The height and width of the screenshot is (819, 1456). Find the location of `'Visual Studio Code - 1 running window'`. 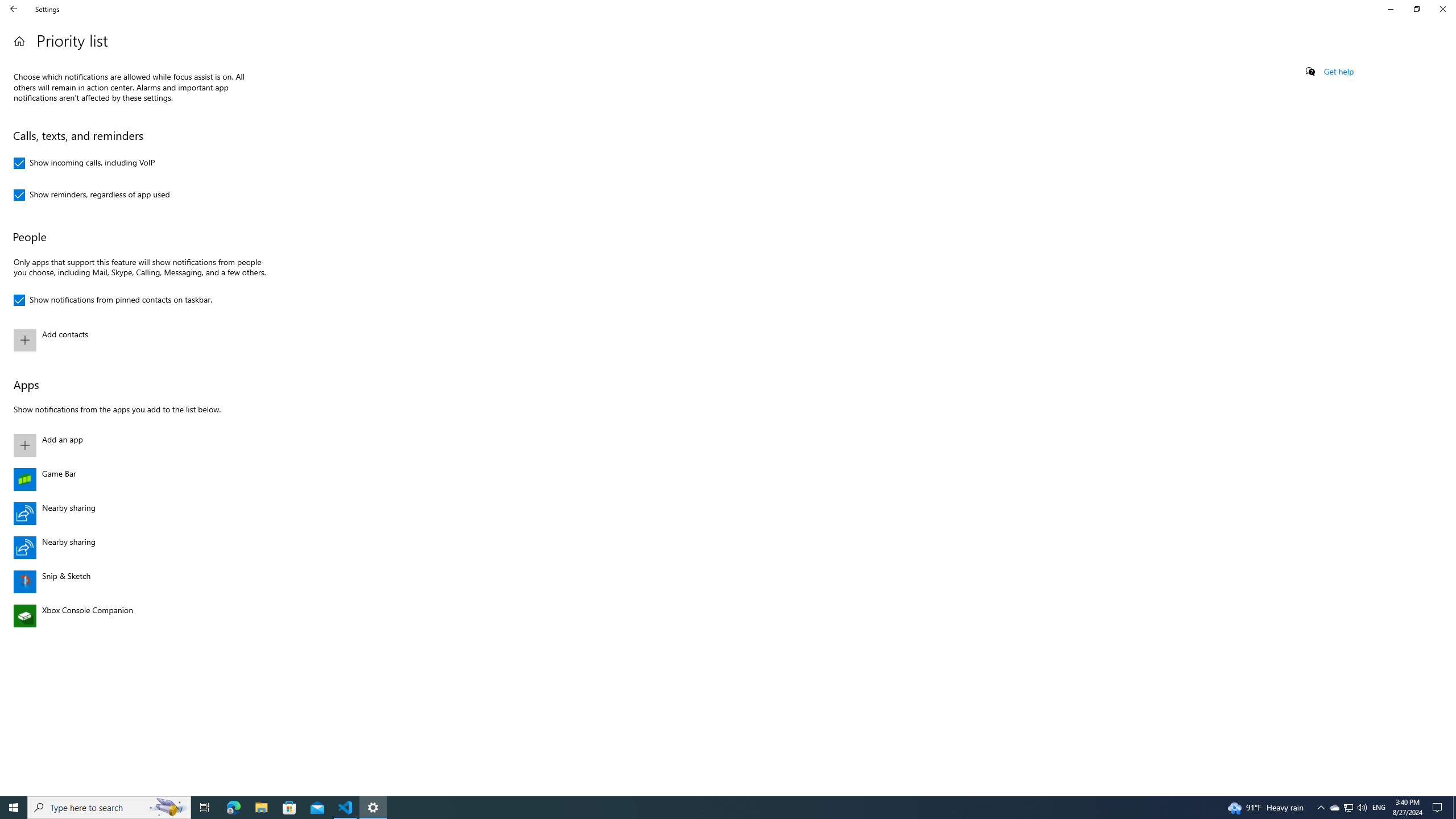

'Visual Studio Code - 1 running window' is located at coordinates (289, 806).